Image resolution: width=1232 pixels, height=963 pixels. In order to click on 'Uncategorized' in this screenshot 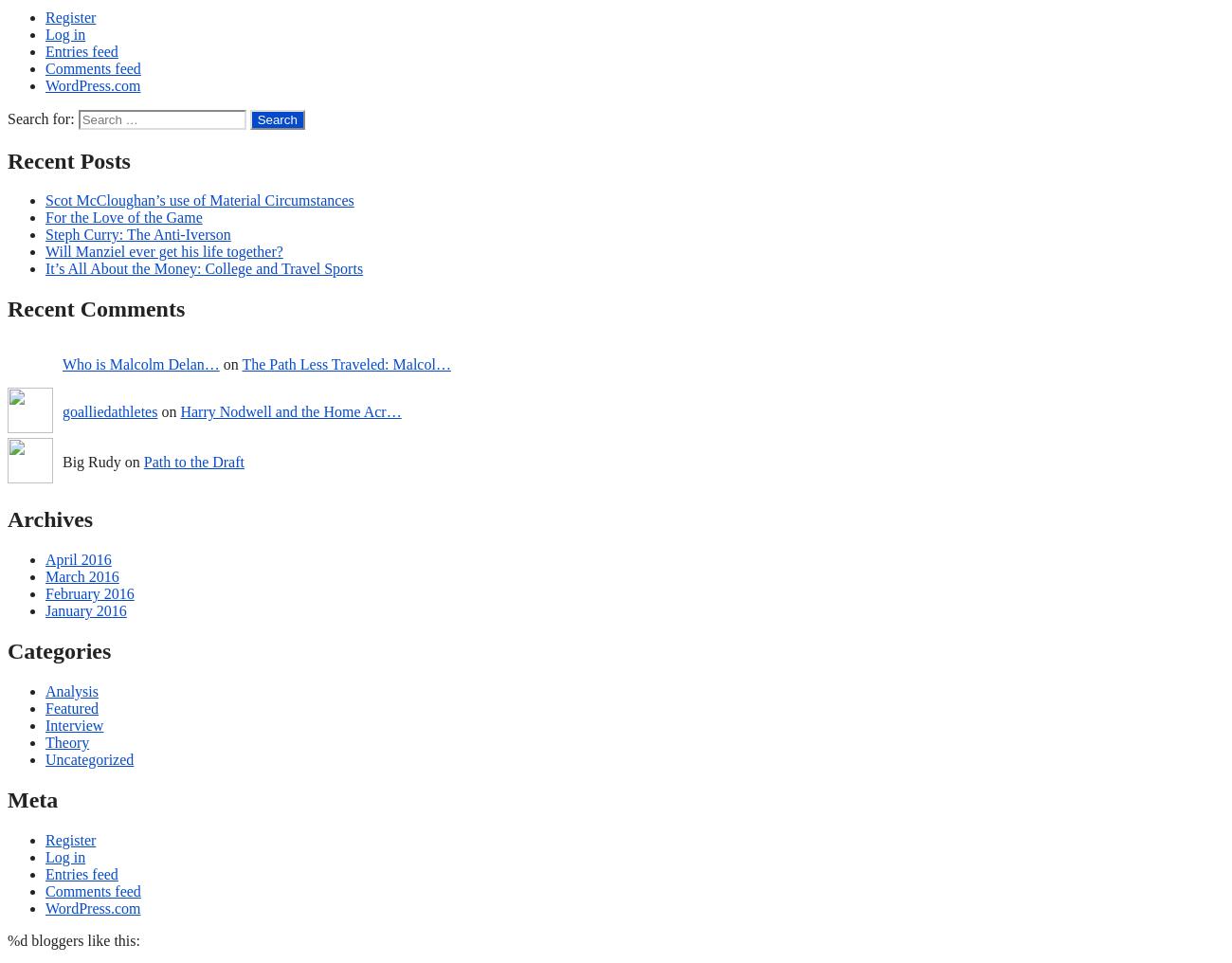, I will do `click(89, 757)`.